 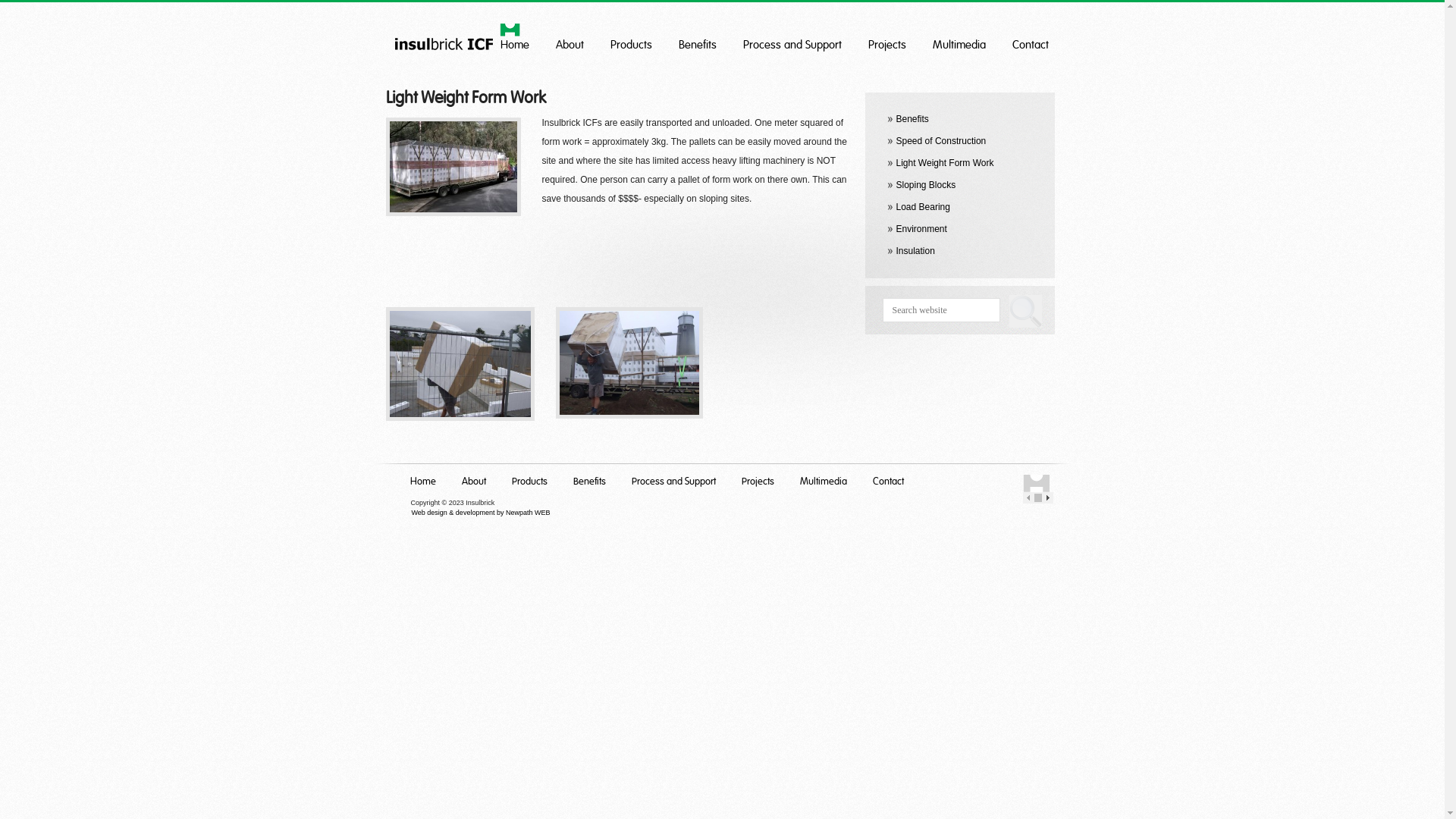 What do you see at coordinates (1030, 40) in the screenshot?
I see `'Contact'` at bounding box center [1030, 40].